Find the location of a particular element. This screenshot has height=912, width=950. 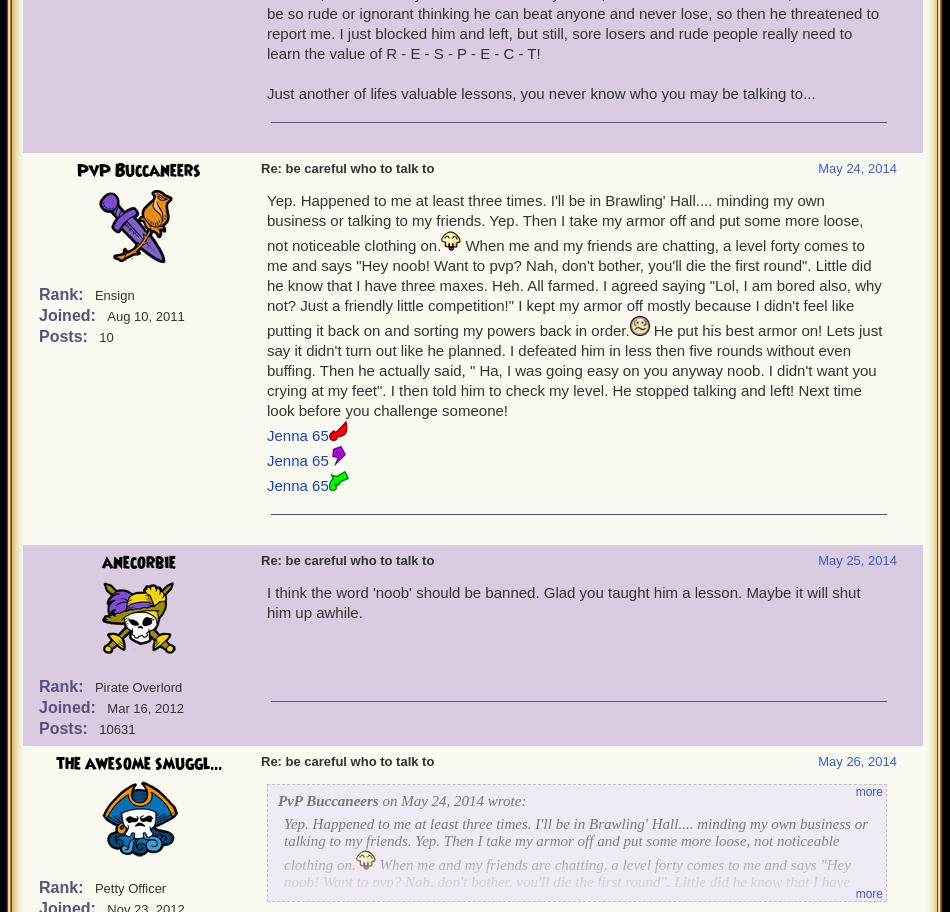

'May 25, 2014' is located at coordinates (856, 560).